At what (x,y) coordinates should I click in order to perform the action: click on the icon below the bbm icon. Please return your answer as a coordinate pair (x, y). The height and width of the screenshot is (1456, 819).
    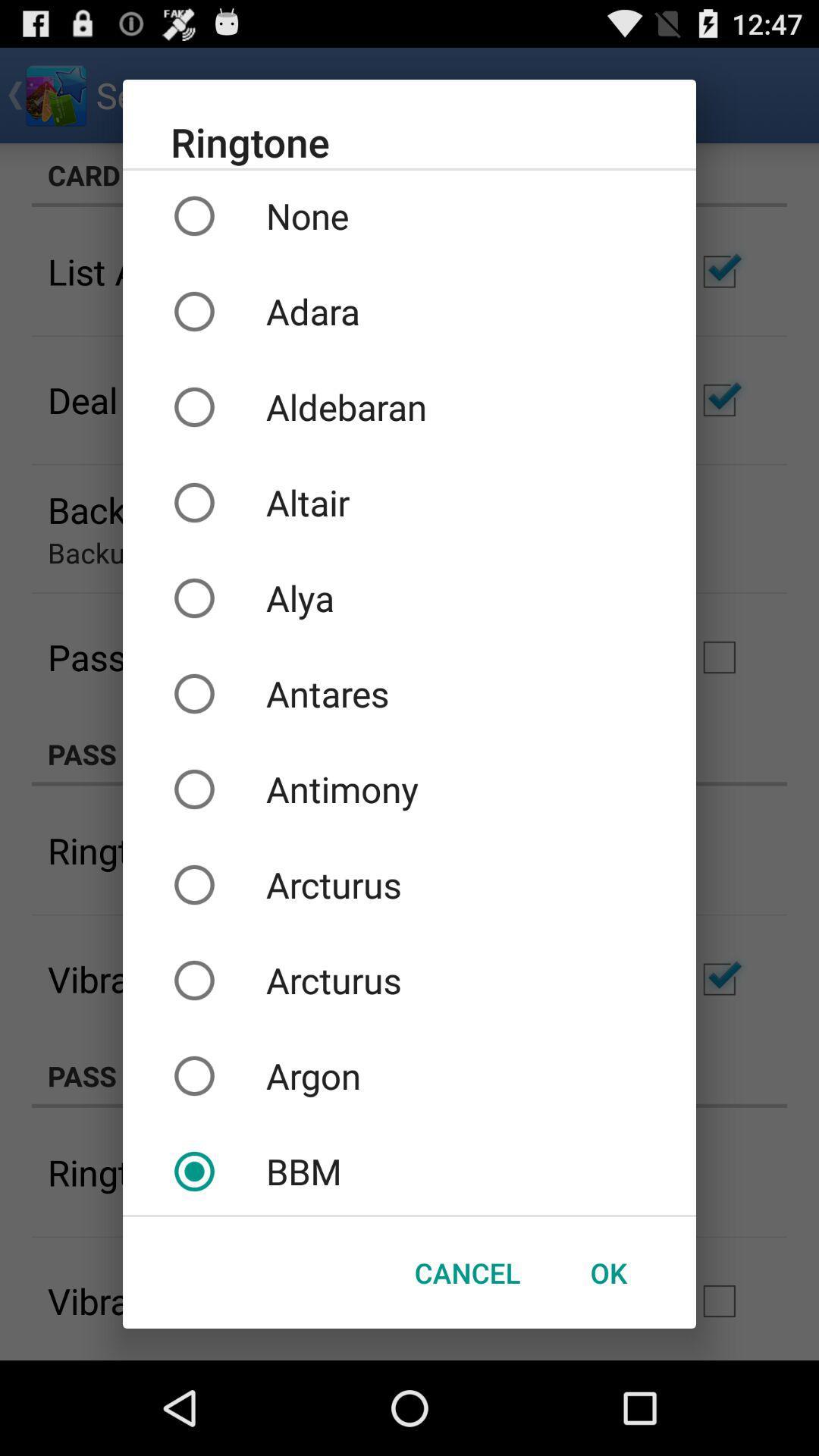
    Looking at the image, I should click on (607, 1272).